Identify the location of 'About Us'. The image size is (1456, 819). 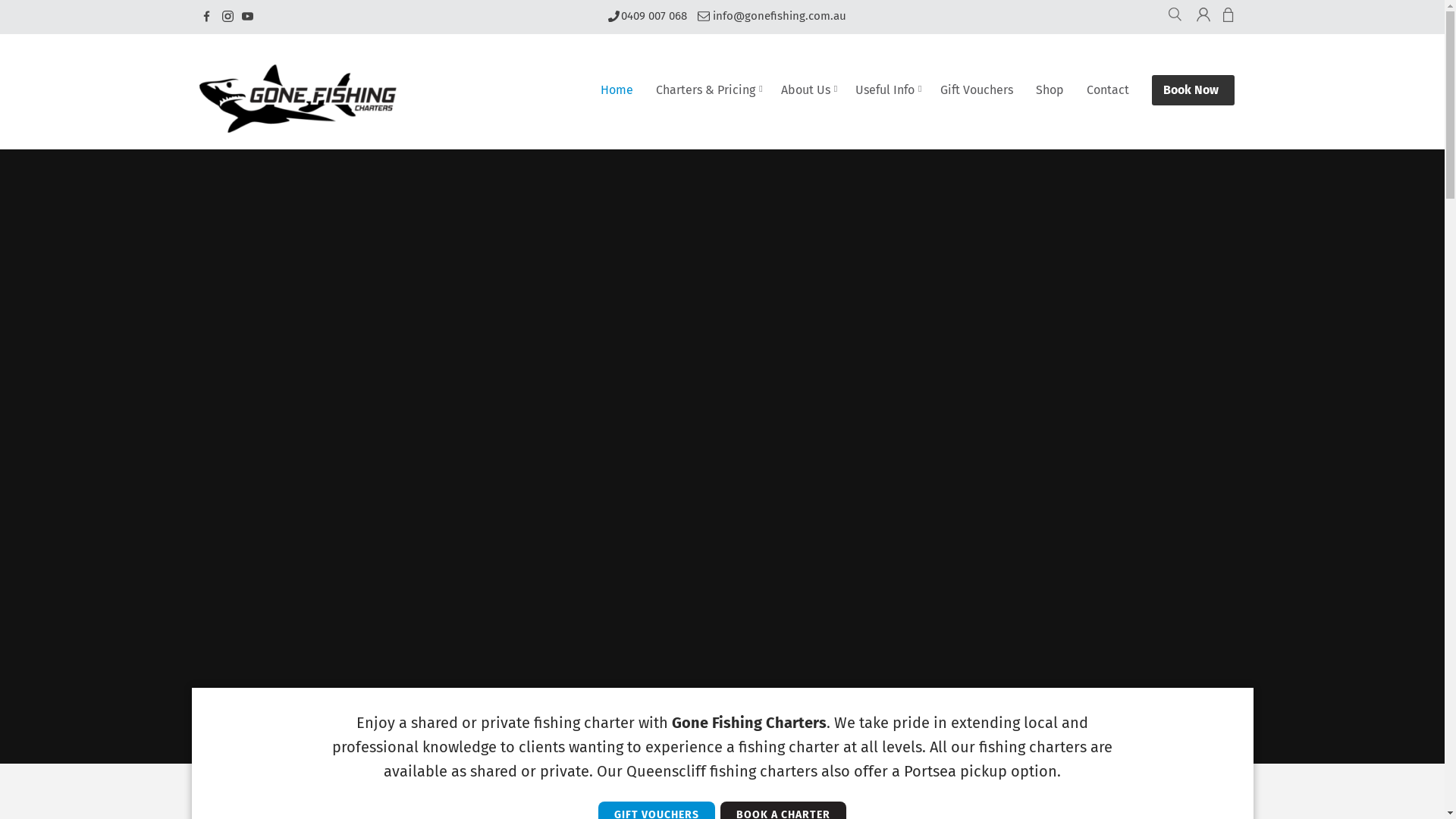
(808, 90).